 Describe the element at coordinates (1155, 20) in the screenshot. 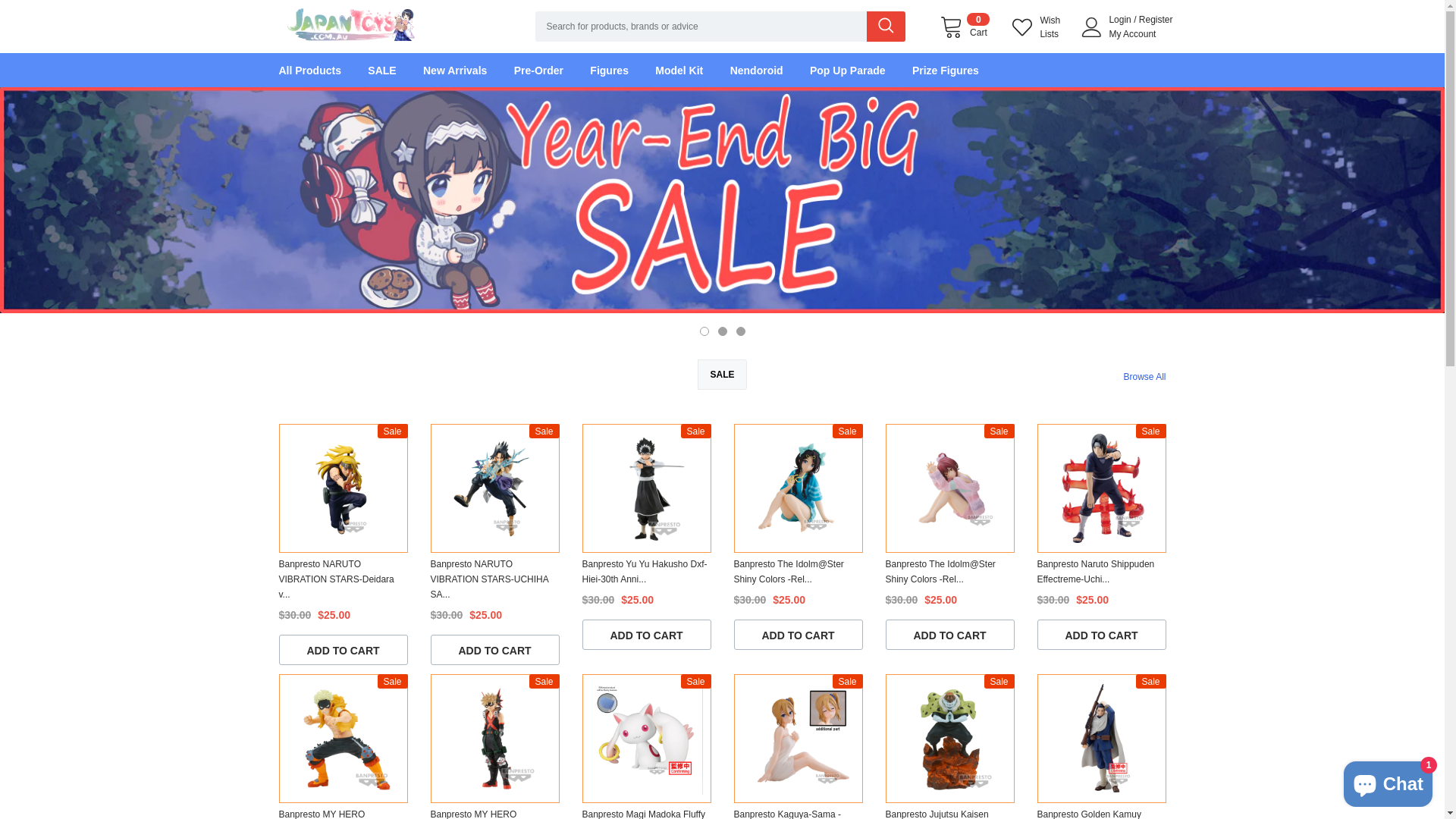

I see `'Register'` at that location.